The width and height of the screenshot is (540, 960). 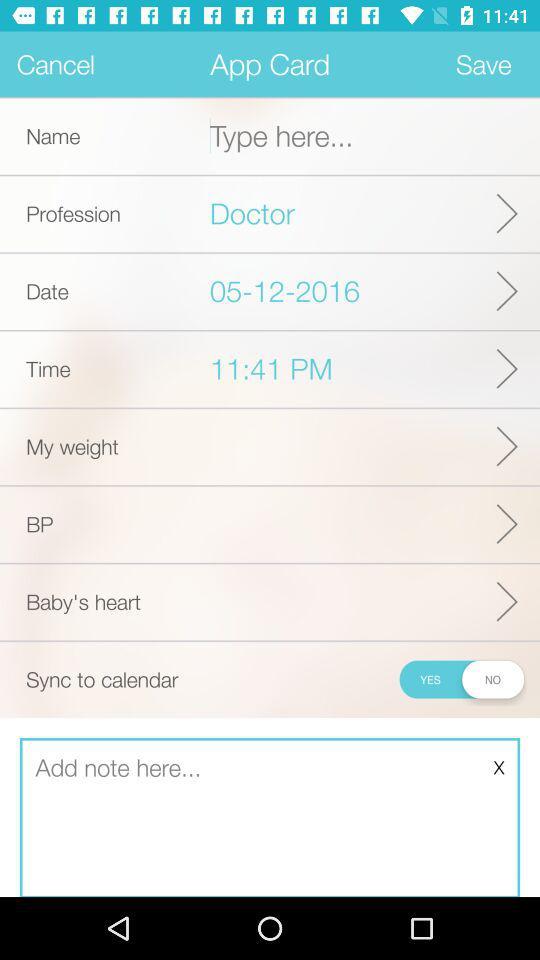 What do you see at coordinates (56, 64) in the screenshot?
I see `cancel icon` at bounding box center [56, 64].